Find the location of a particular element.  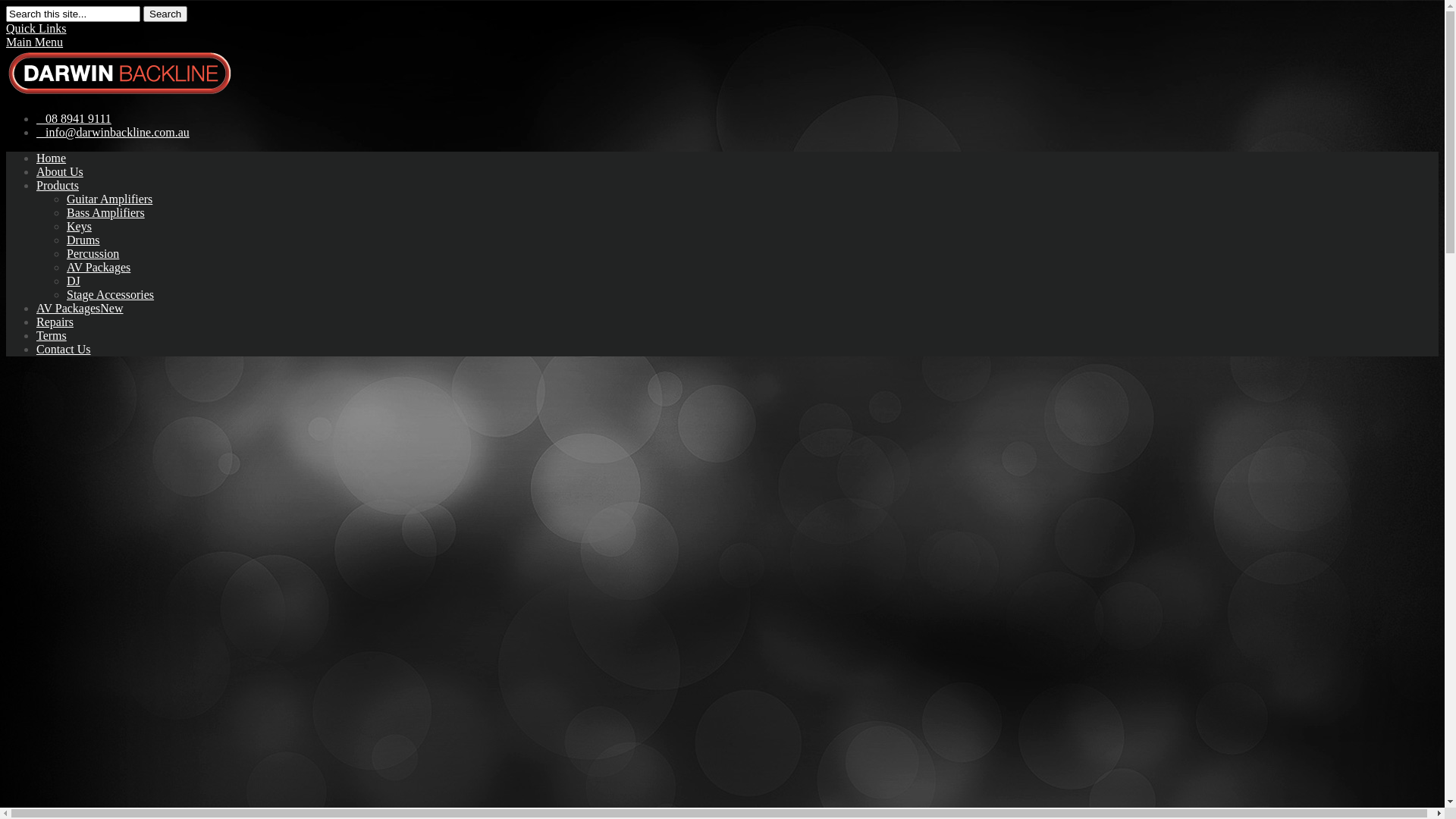

'AV PackagesNew' is located at coordinates (79, 307).